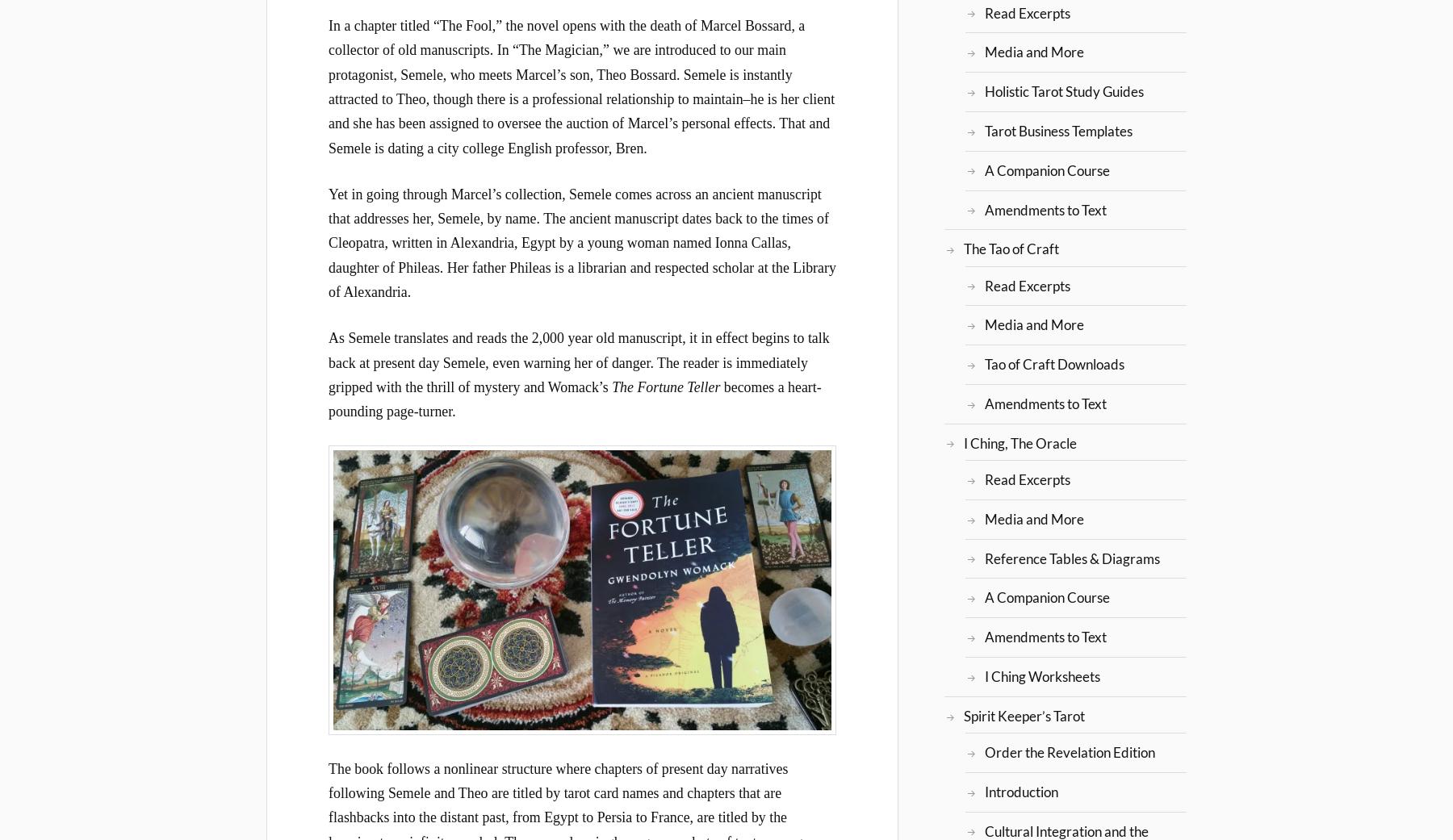  Describe the element at coordinates (982, 557) in the screenshot. I see `'Reference Tables & Diagrams'` at that location.